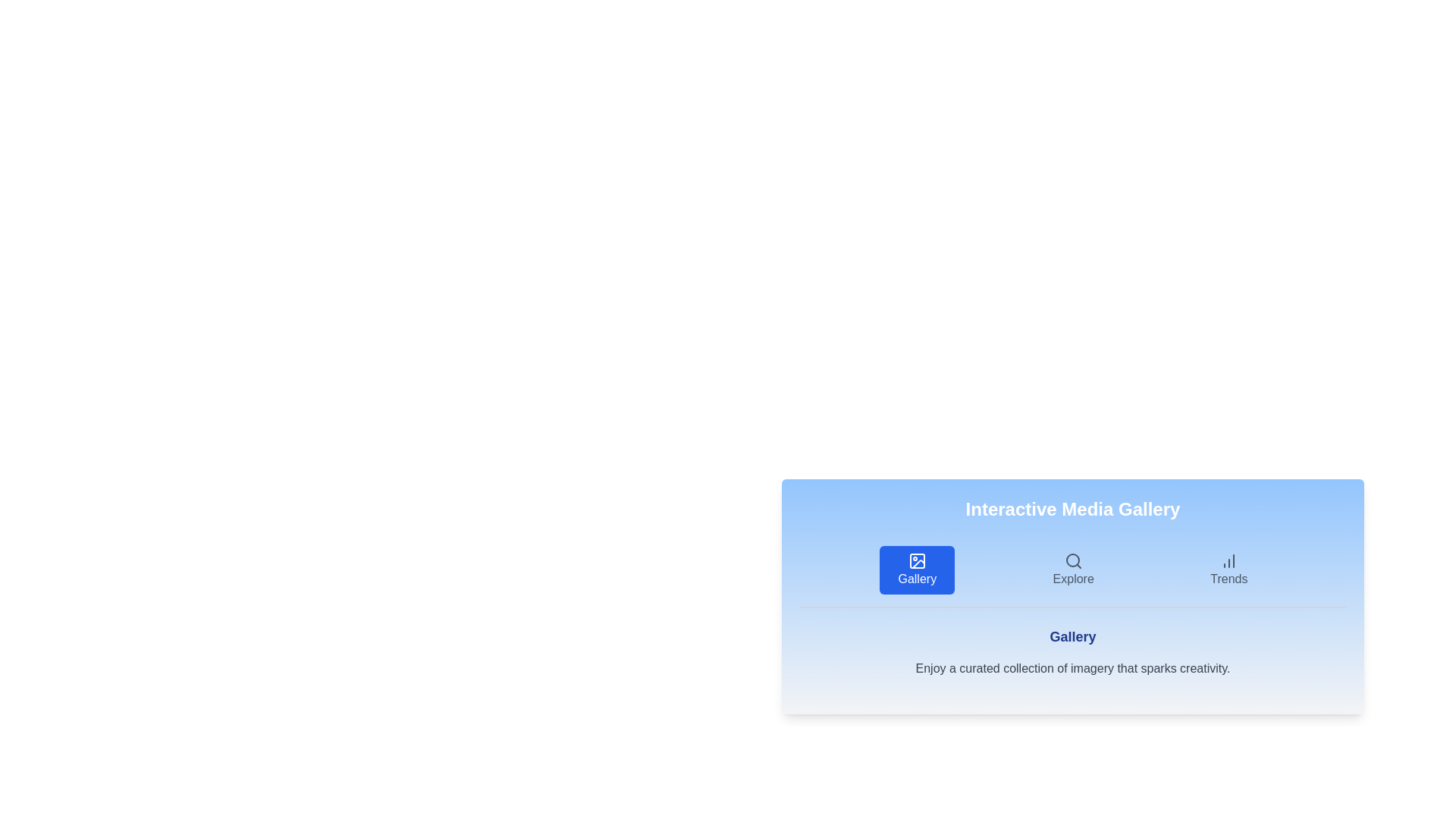 Image resolution: width=1456 pixels, height=819 pixels. Describe the element at coordinates (1228, 570) in the screenshot. I see `the tab labeled Trends to view its content` at that location.